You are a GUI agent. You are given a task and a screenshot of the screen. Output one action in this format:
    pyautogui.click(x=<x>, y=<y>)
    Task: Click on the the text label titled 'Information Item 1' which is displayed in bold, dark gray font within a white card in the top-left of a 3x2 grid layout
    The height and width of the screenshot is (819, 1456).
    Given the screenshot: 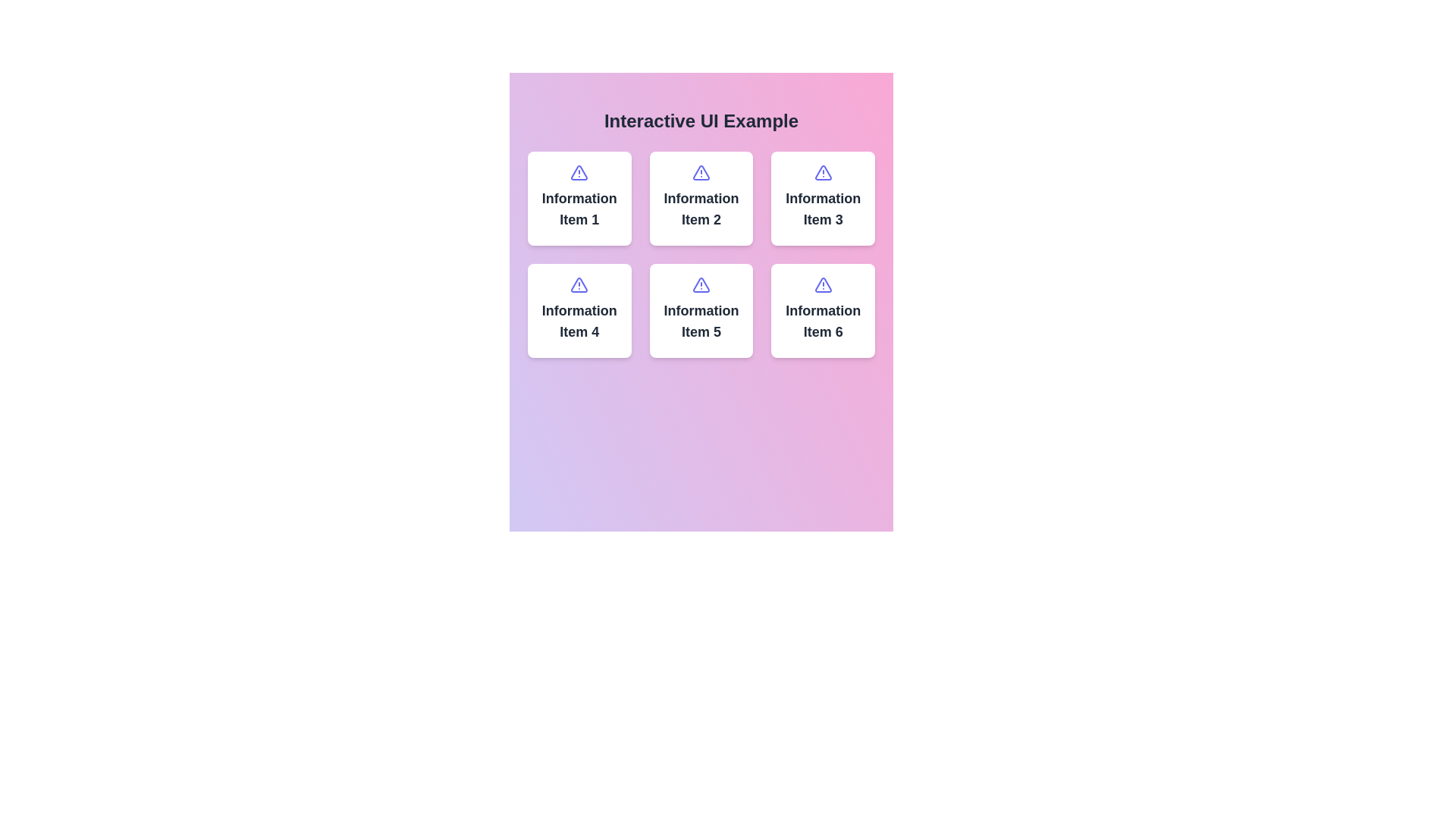 What is the action you would take?
    pyautogui.click(x=579, y=209)
    